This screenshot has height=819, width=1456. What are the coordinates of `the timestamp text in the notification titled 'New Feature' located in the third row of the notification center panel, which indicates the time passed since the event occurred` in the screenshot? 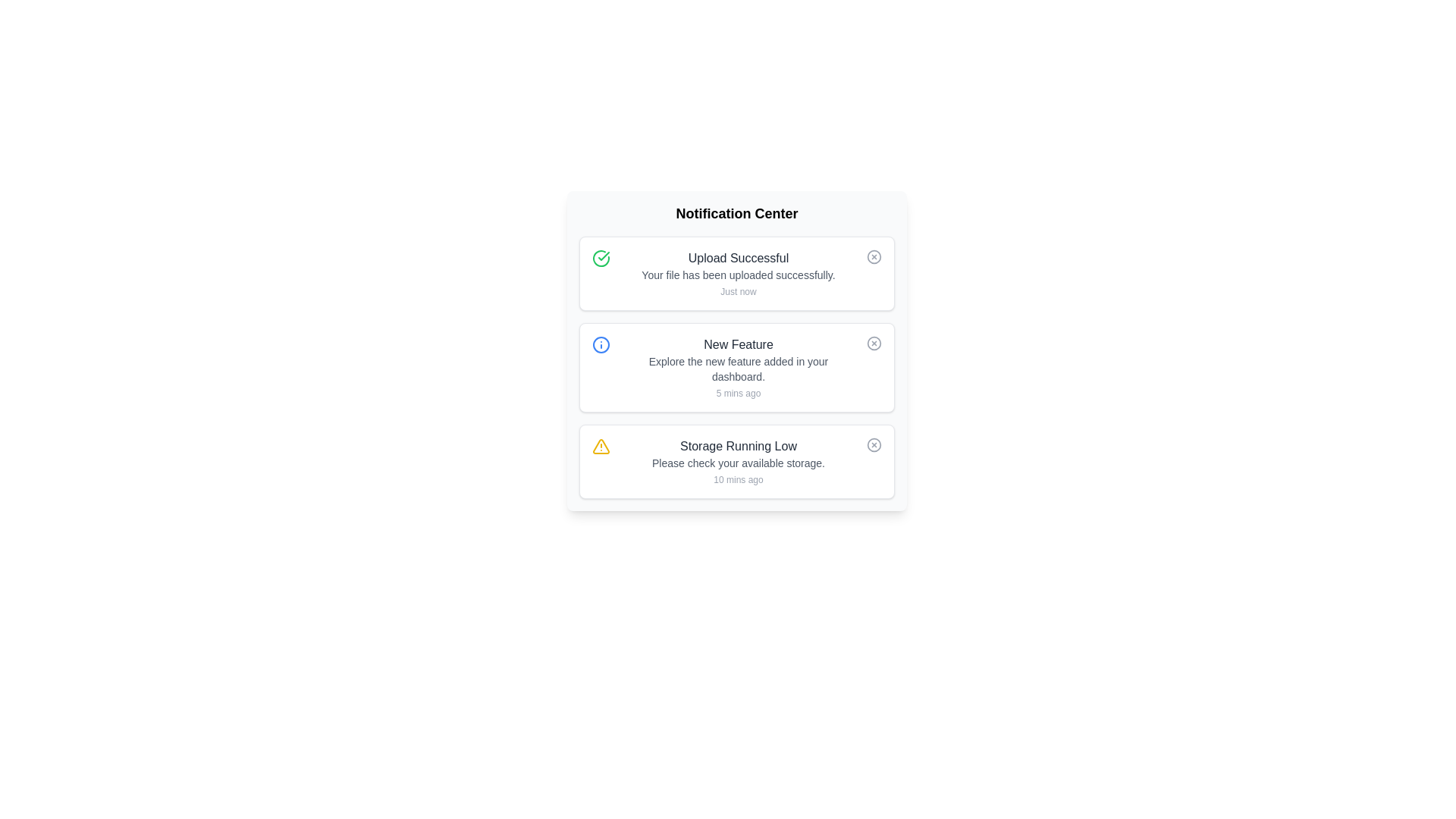 It's located at (739, 393).